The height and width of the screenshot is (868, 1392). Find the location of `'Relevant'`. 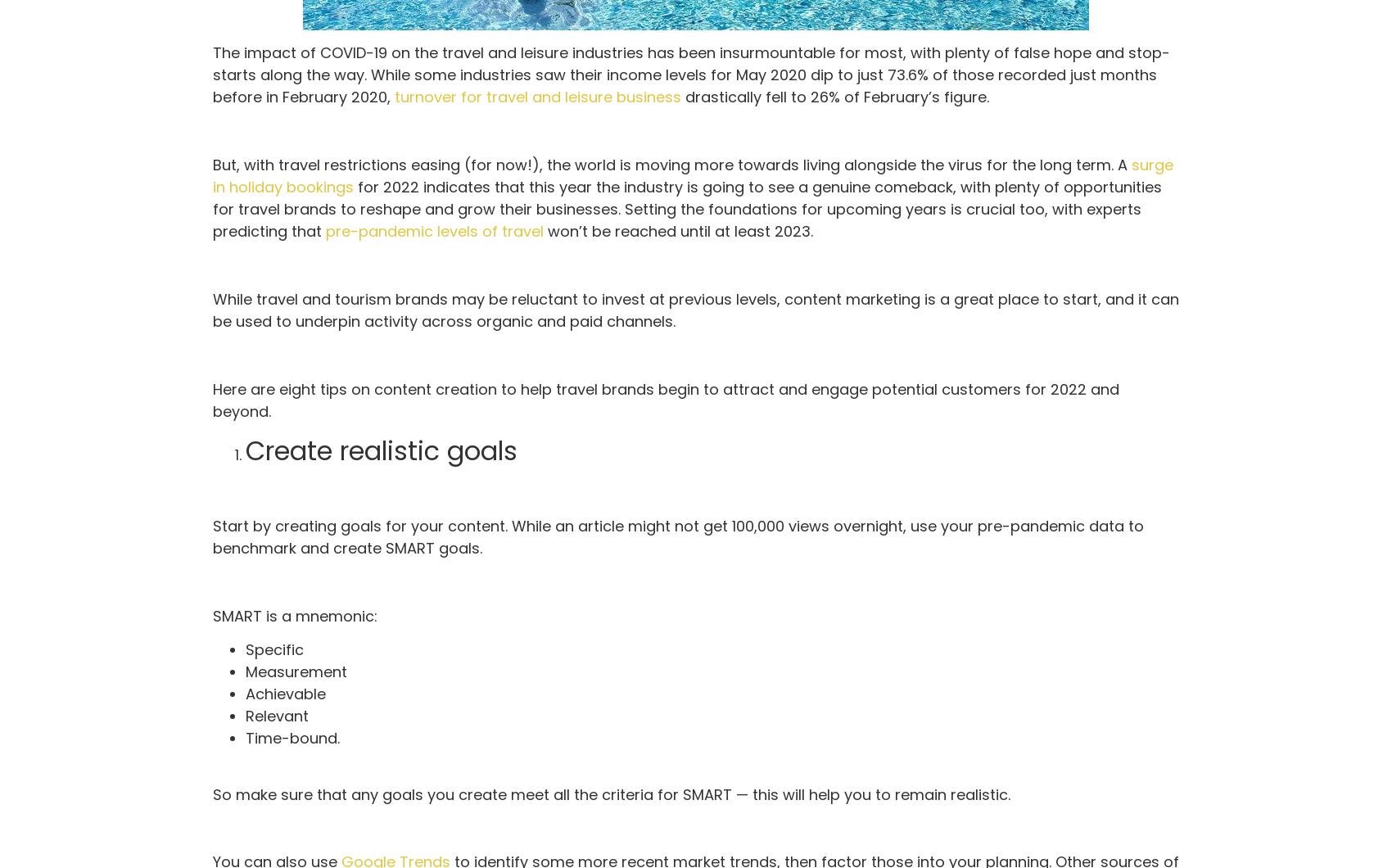

'Relevant' is located at coordinates (276, 716).